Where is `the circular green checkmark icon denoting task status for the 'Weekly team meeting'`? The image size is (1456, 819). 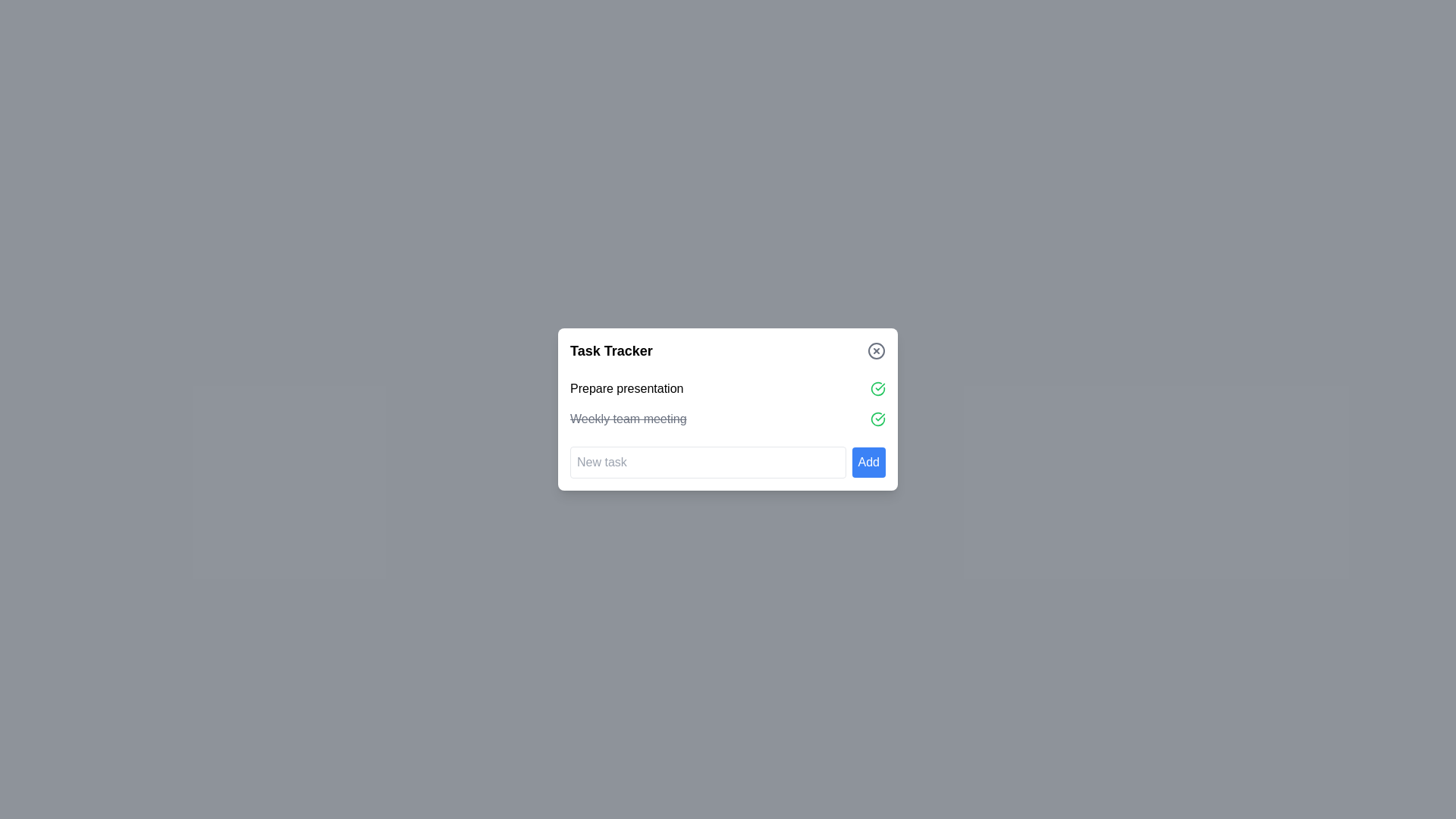
the circular green checkmark icon denoting task status for the 'Weekly team meeting' is located at coordinates (877, 419).